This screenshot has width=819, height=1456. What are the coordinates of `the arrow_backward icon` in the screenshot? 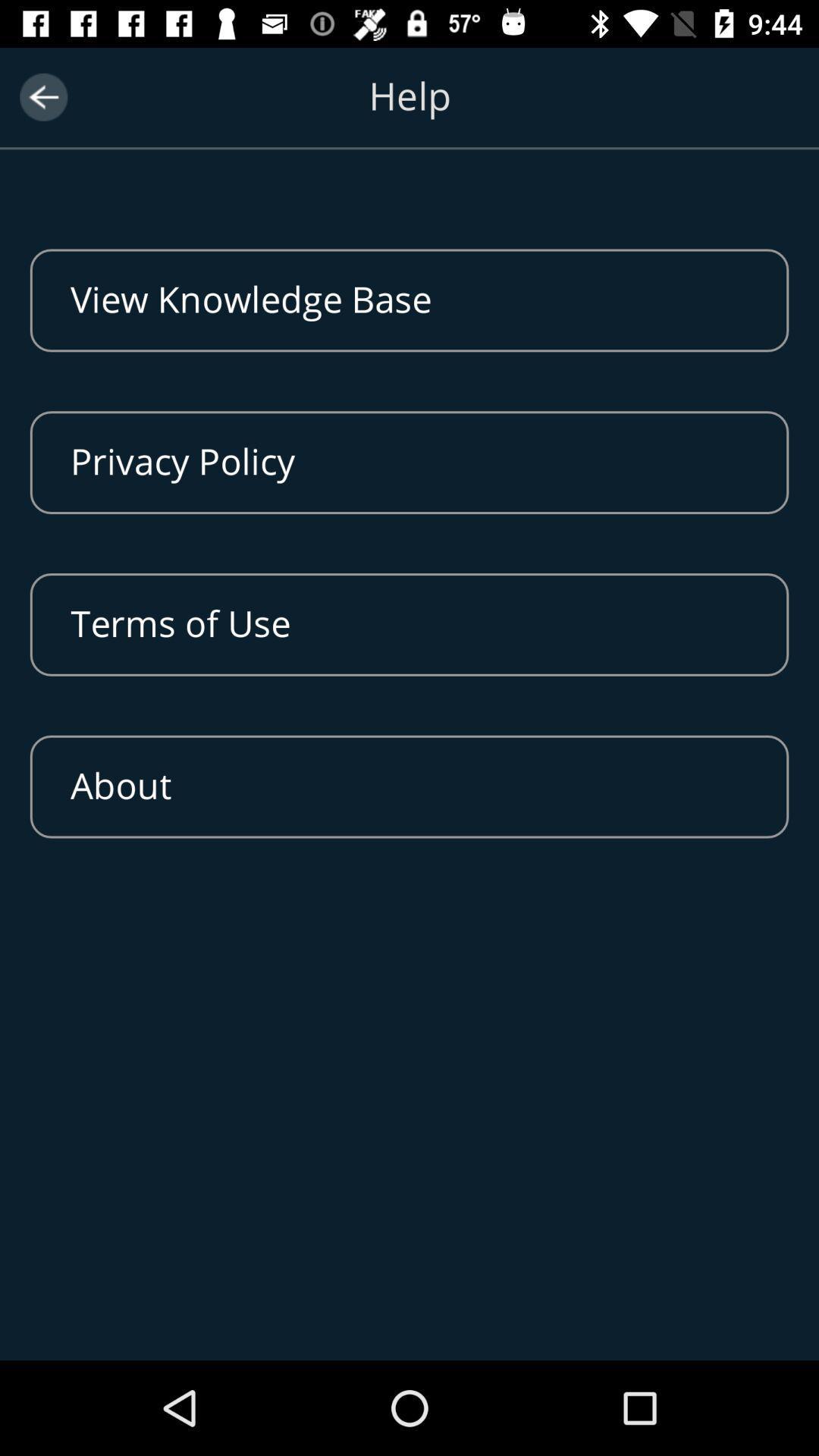 It's located at (42, 96).